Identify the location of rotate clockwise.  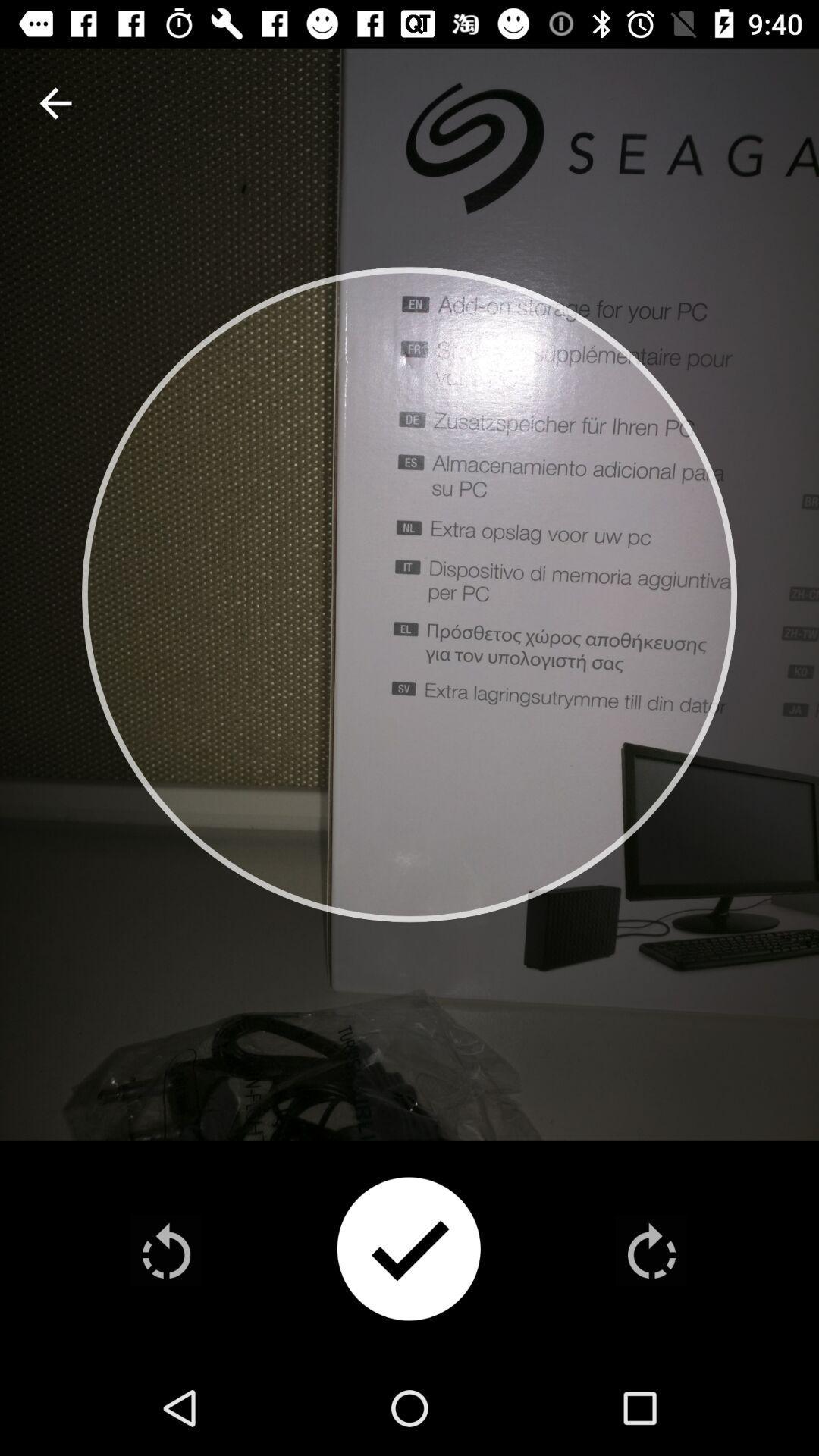
(651, 1250).